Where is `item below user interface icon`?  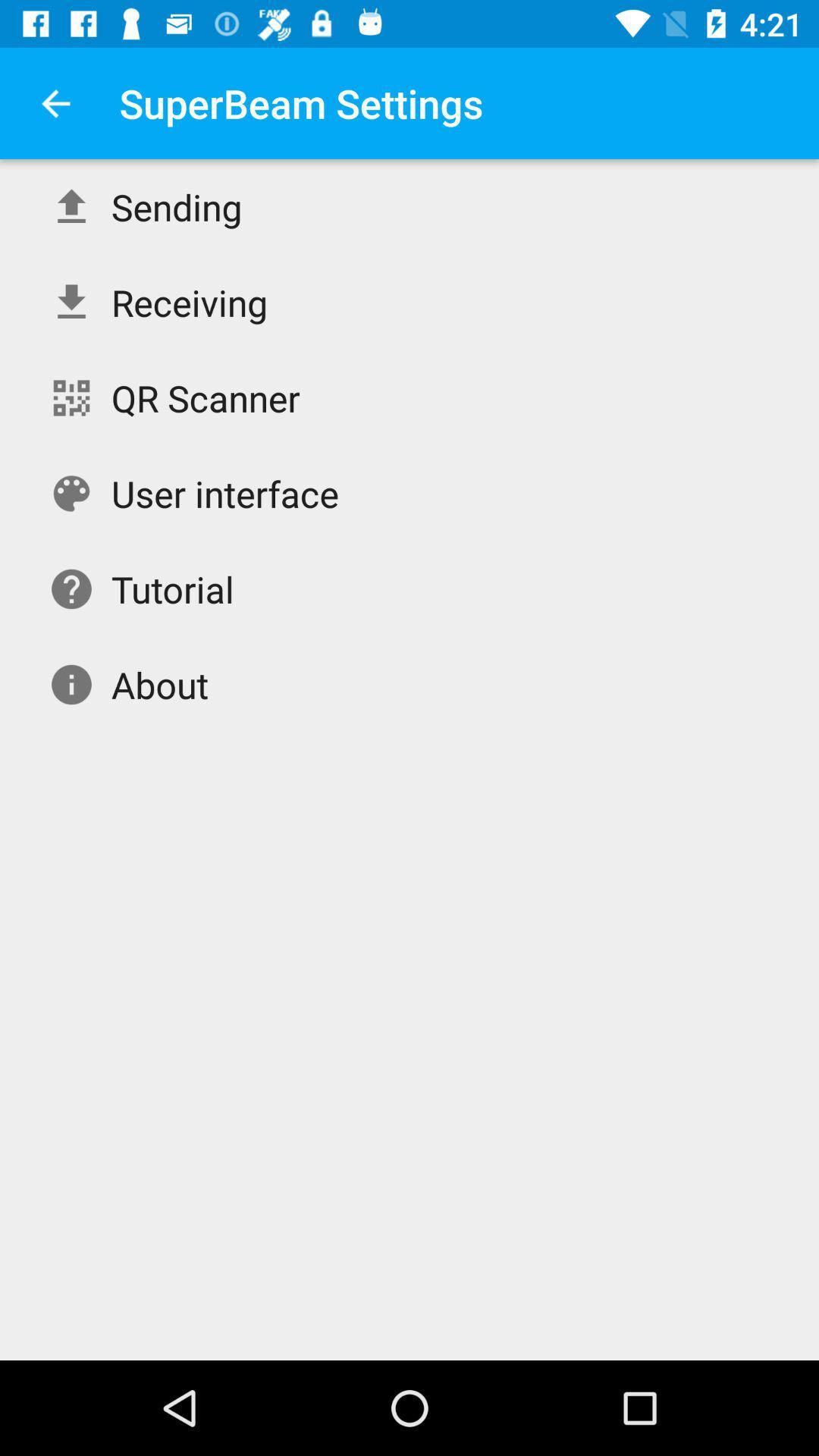
item below user interface icon is located at coordinates (171, 588).